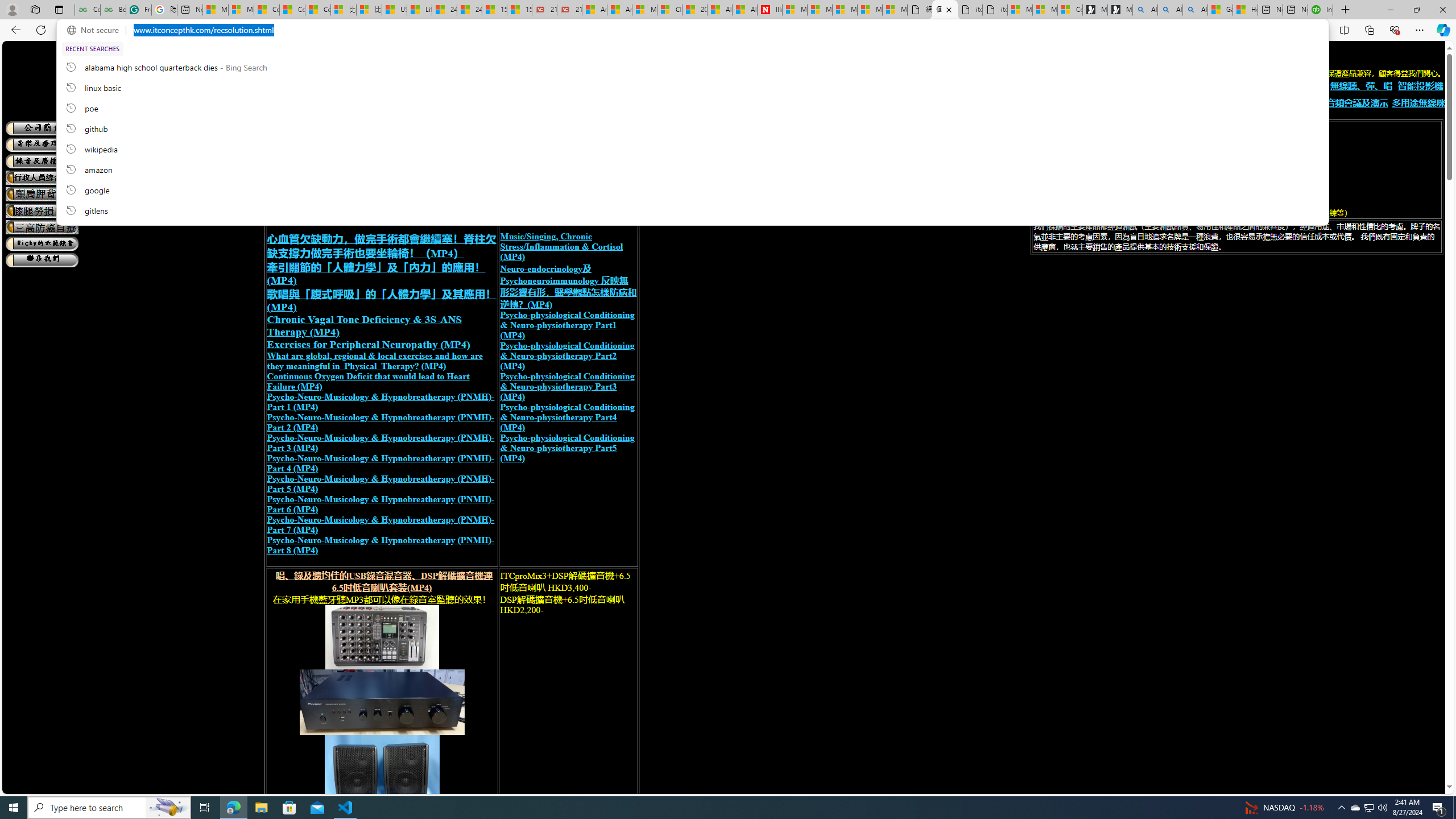 The image size is (1456, 819). Describe the element at coordinates (1145, 9) in the screenshot. I see `'Alabama high school quarterback dies - Search'` at that location.